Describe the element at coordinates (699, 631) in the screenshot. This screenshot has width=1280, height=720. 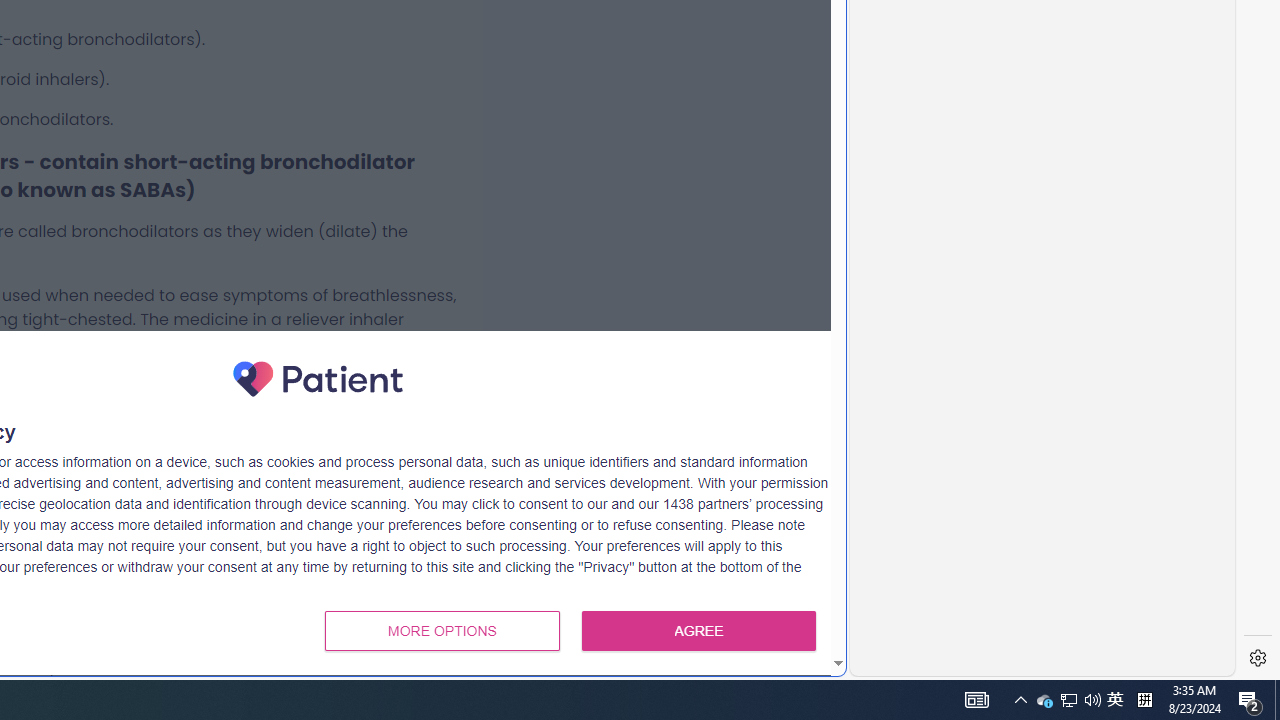
I see `'AGREE'` at that location.